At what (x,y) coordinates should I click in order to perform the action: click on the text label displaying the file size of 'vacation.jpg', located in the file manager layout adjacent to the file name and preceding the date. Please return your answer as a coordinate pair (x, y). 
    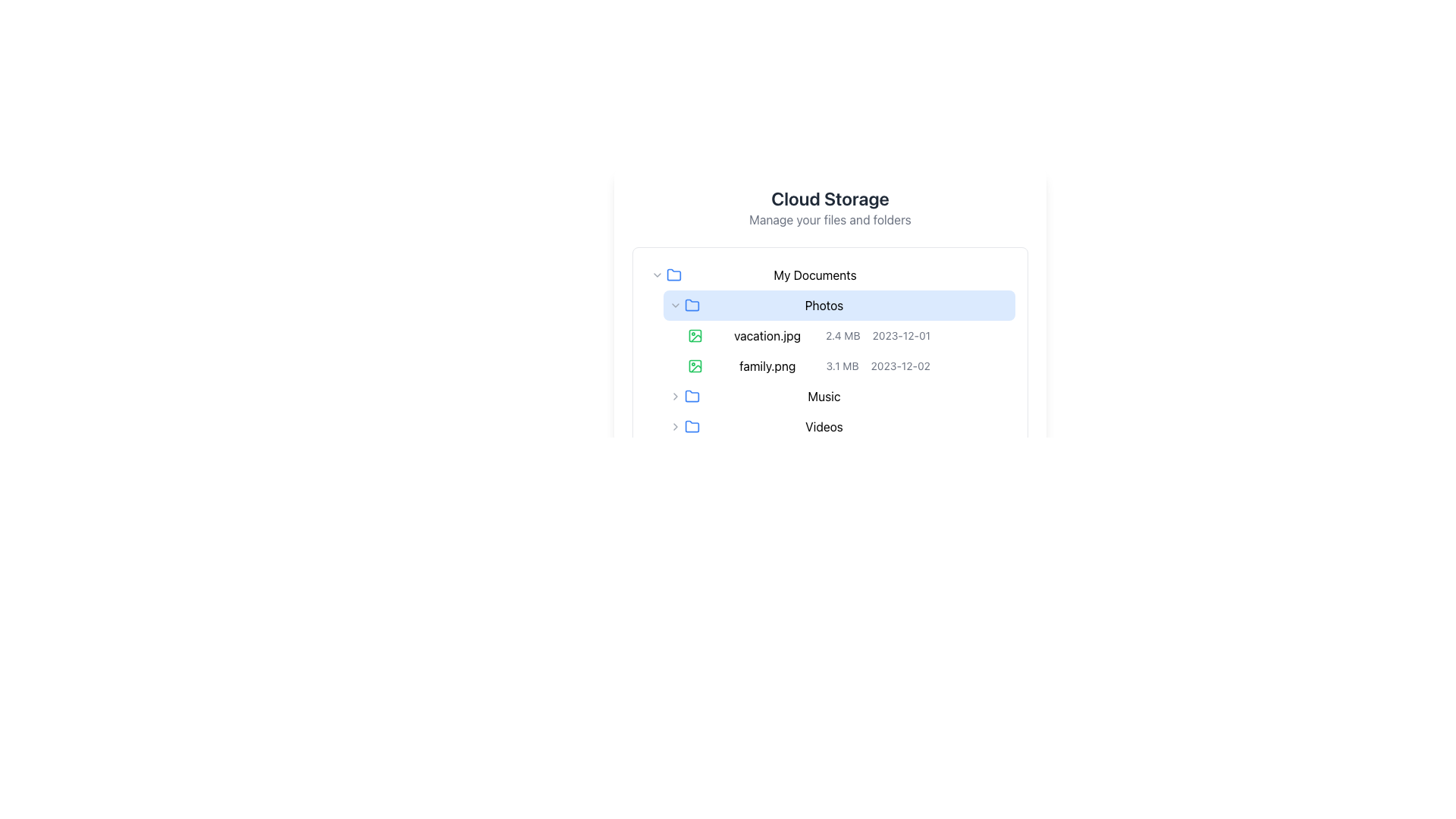
    Looking at the image, I should click on (842, 335).